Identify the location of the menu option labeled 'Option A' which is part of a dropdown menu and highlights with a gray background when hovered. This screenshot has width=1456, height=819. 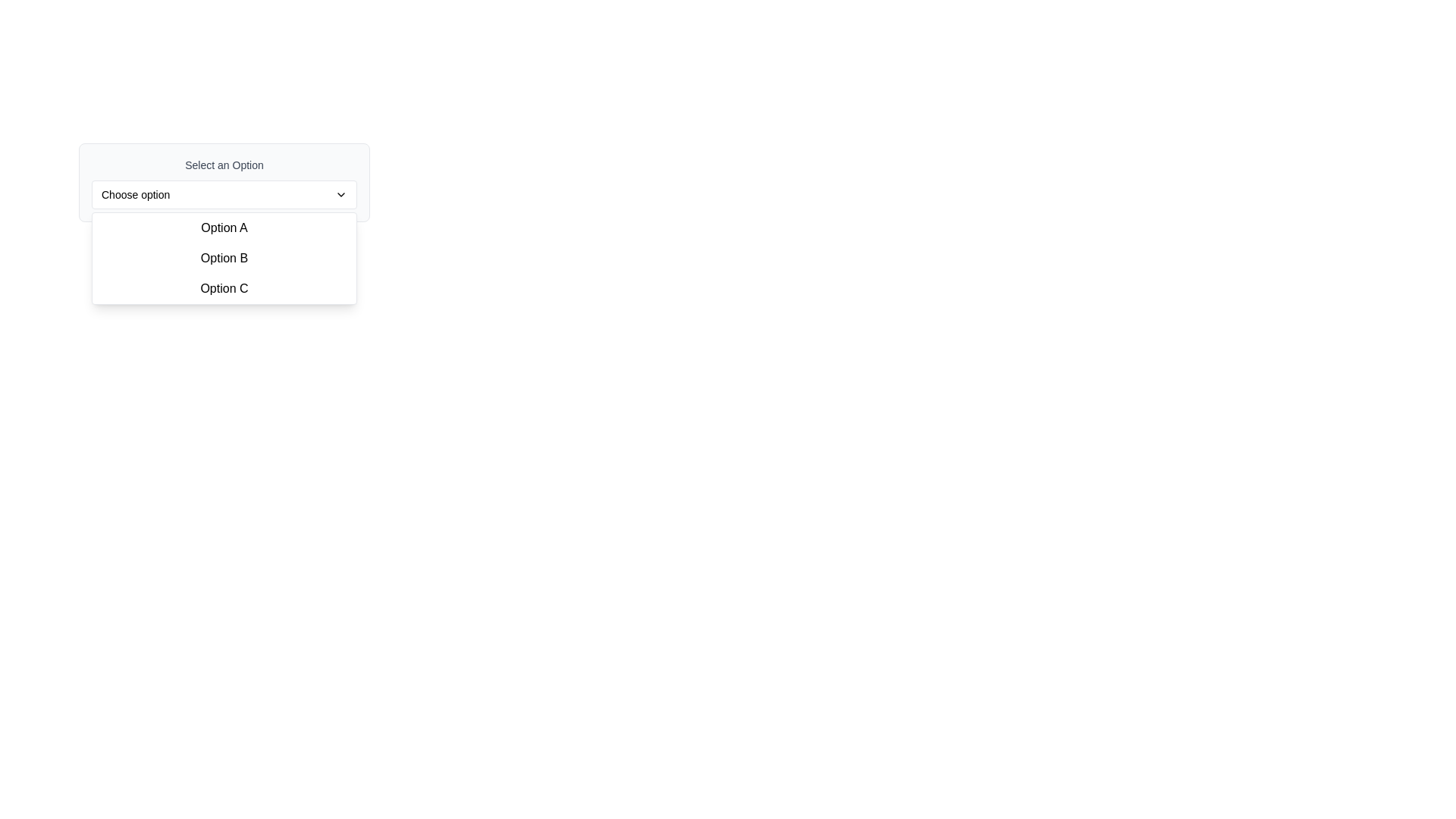
(224, 227).